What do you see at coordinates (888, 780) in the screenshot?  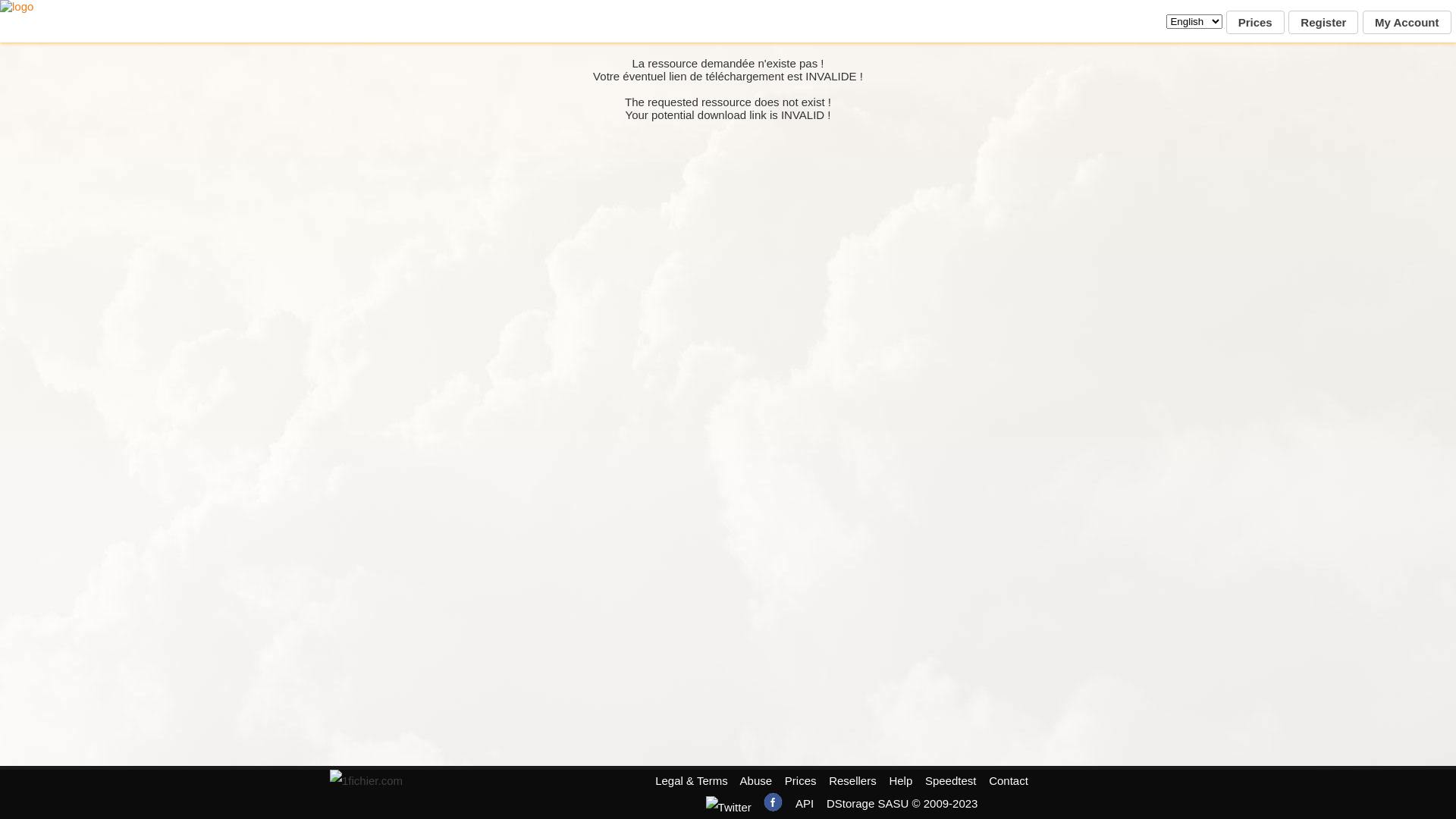 I see `'Help'` at bounding box center [888, 780].